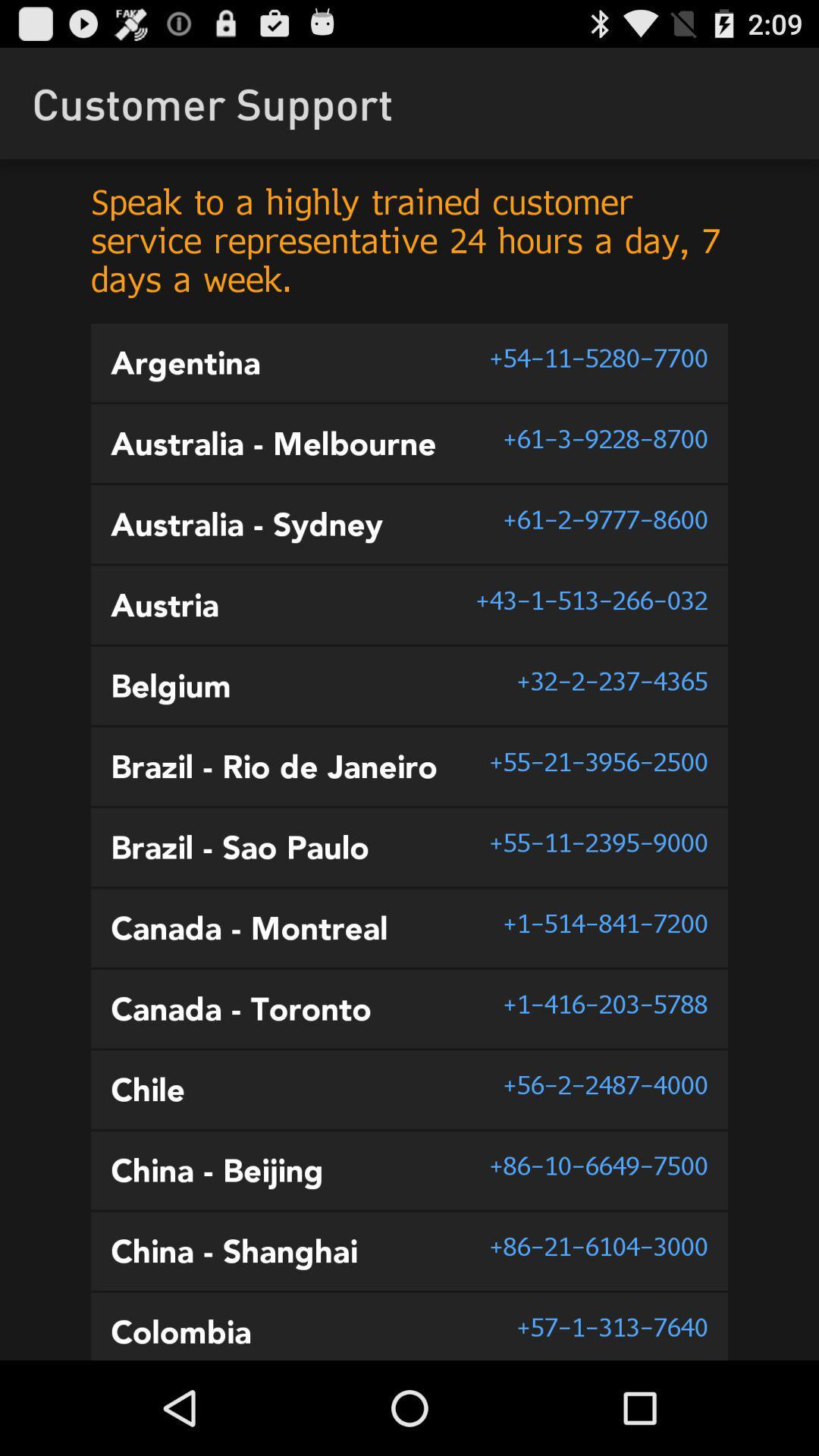 The height and width of the screenshot is (1456, 819). What do you see at coordinates (598, 761) in the screenshot?
I see `the icon next to brazil rio de item` at bounding box center [598, 761].